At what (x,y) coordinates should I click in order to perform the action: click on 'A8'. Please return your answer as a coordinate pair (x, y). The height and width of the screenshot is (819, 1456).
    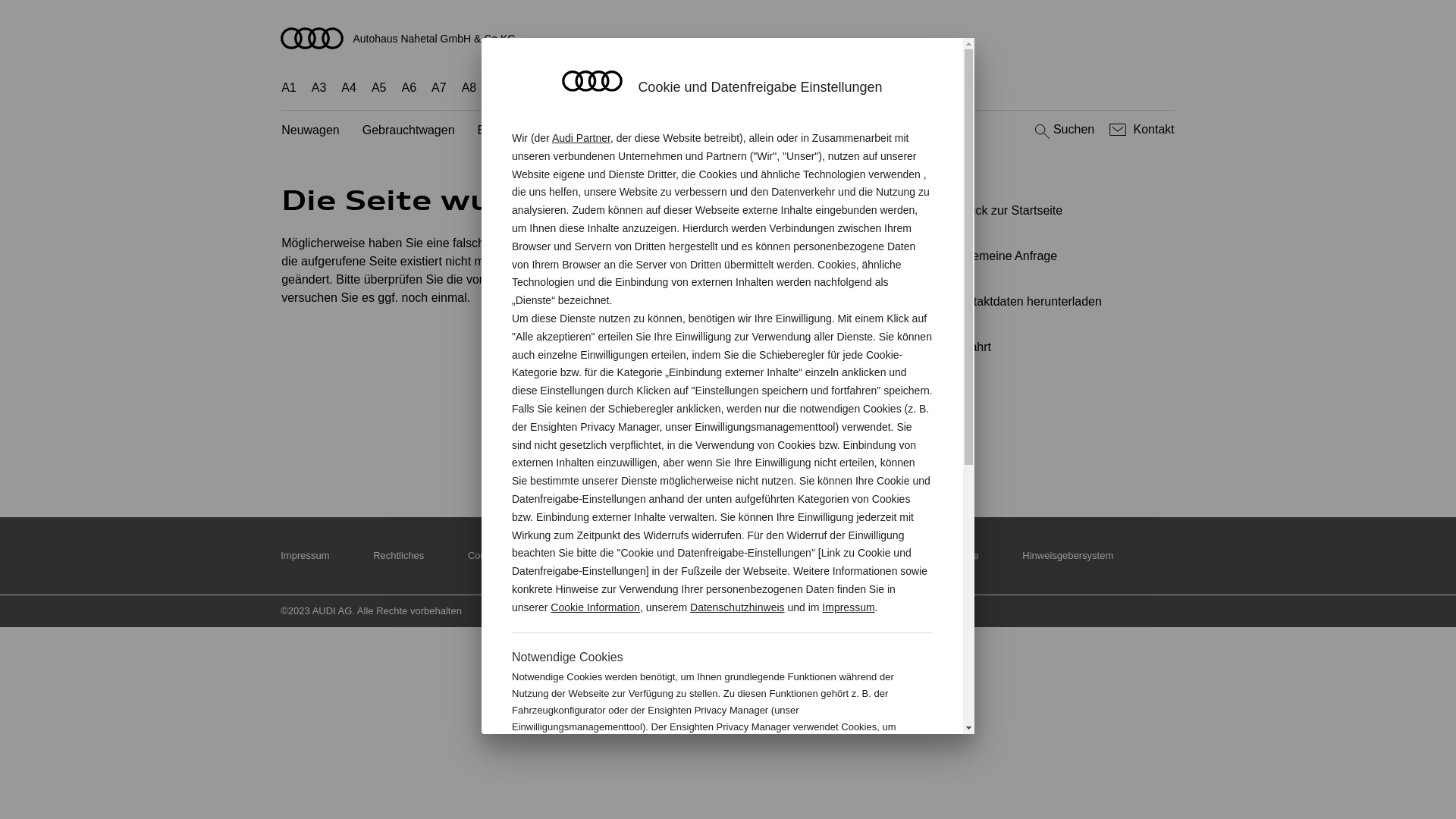
    Looking at the image, I should click on (461, 87).